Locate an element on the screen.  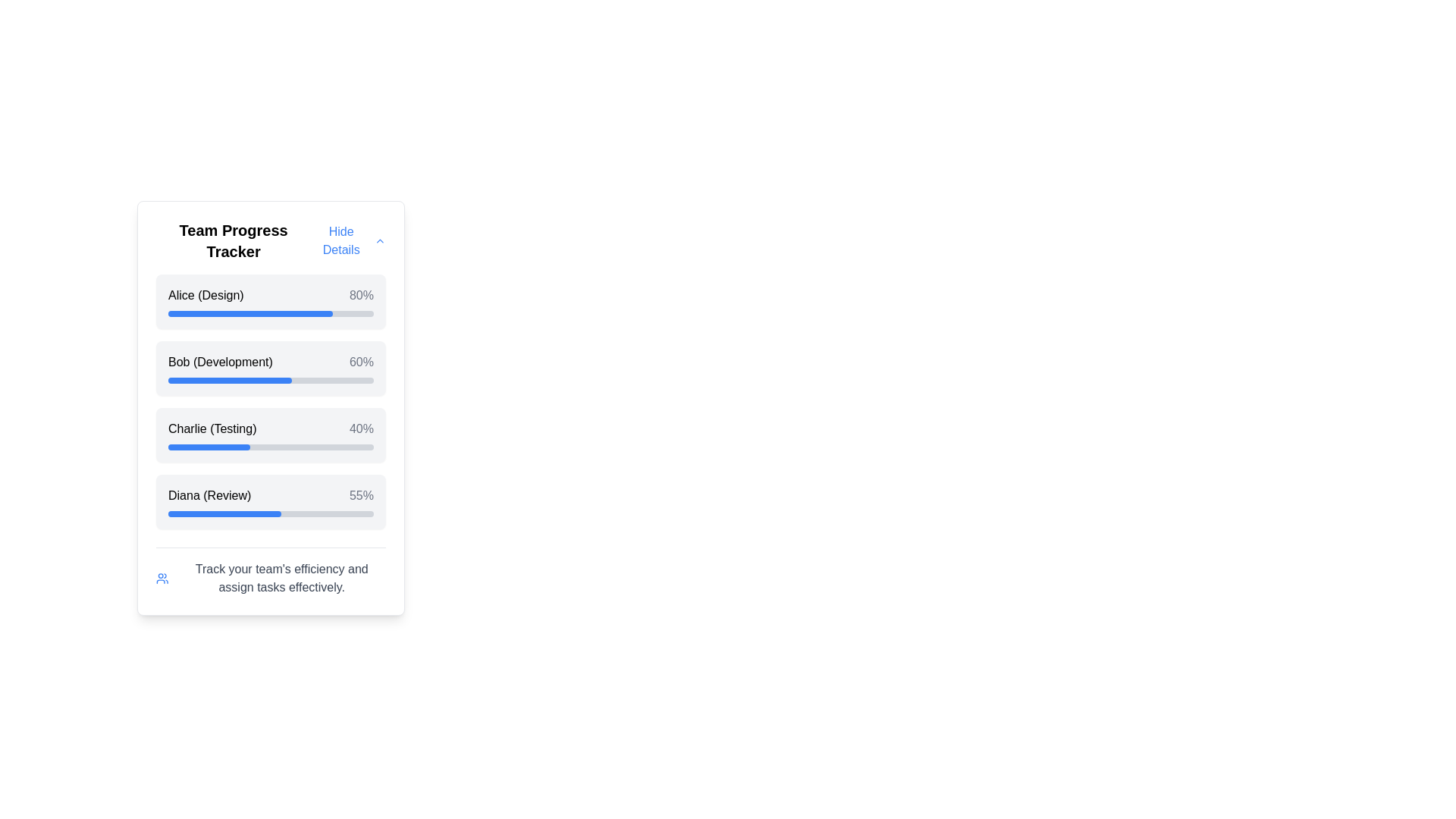
the filled portion of the progress indicator for 'Alice (Design)', which is a blue bar contained within a gray progress bar, located under the label and percentage value is located at coordinates (250, 312).